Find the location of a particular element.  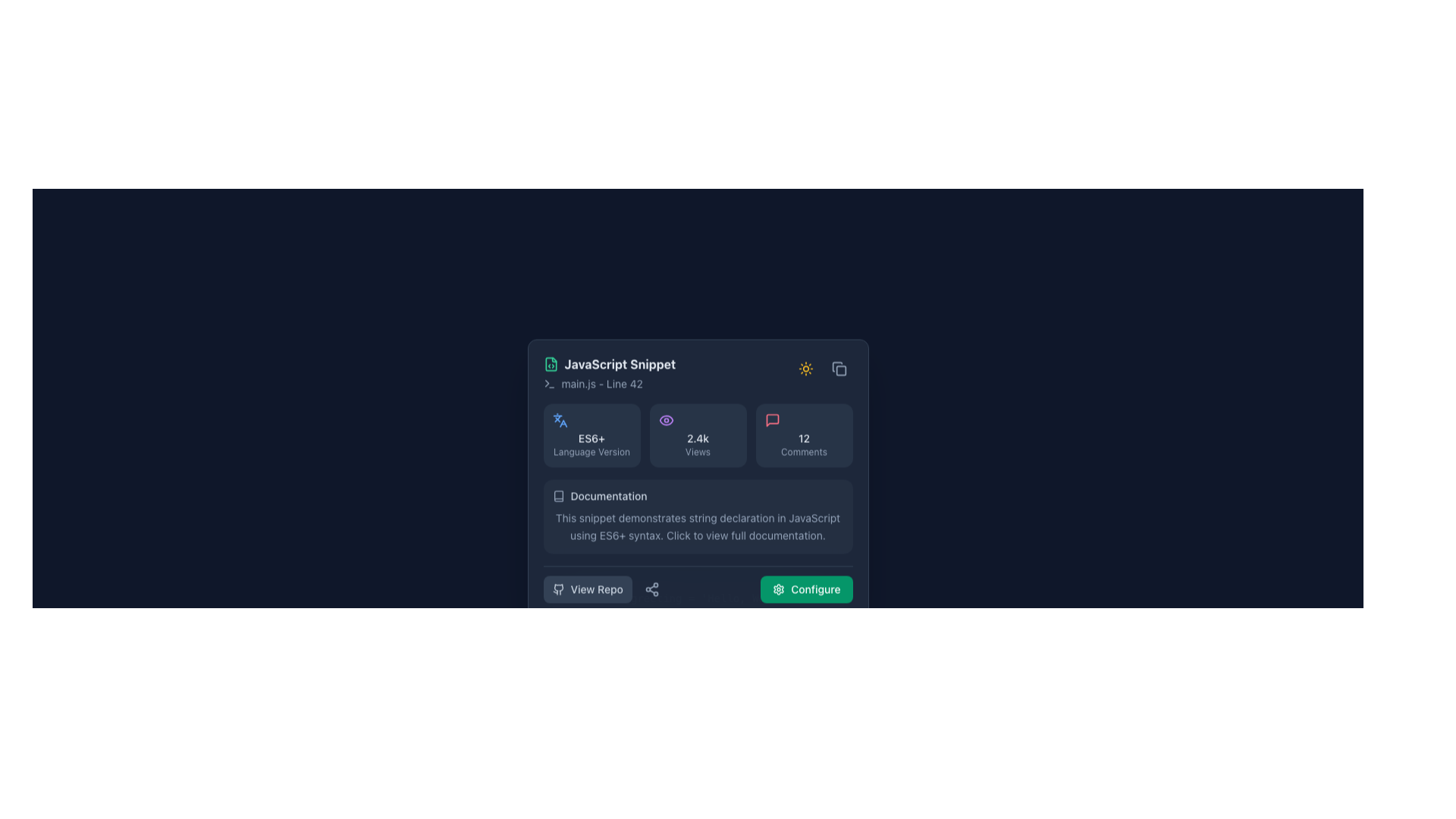

the square button with a copy icon in the center, which has a dark background that changes to a lighter shade on hover is located at coordinates (838, 369).